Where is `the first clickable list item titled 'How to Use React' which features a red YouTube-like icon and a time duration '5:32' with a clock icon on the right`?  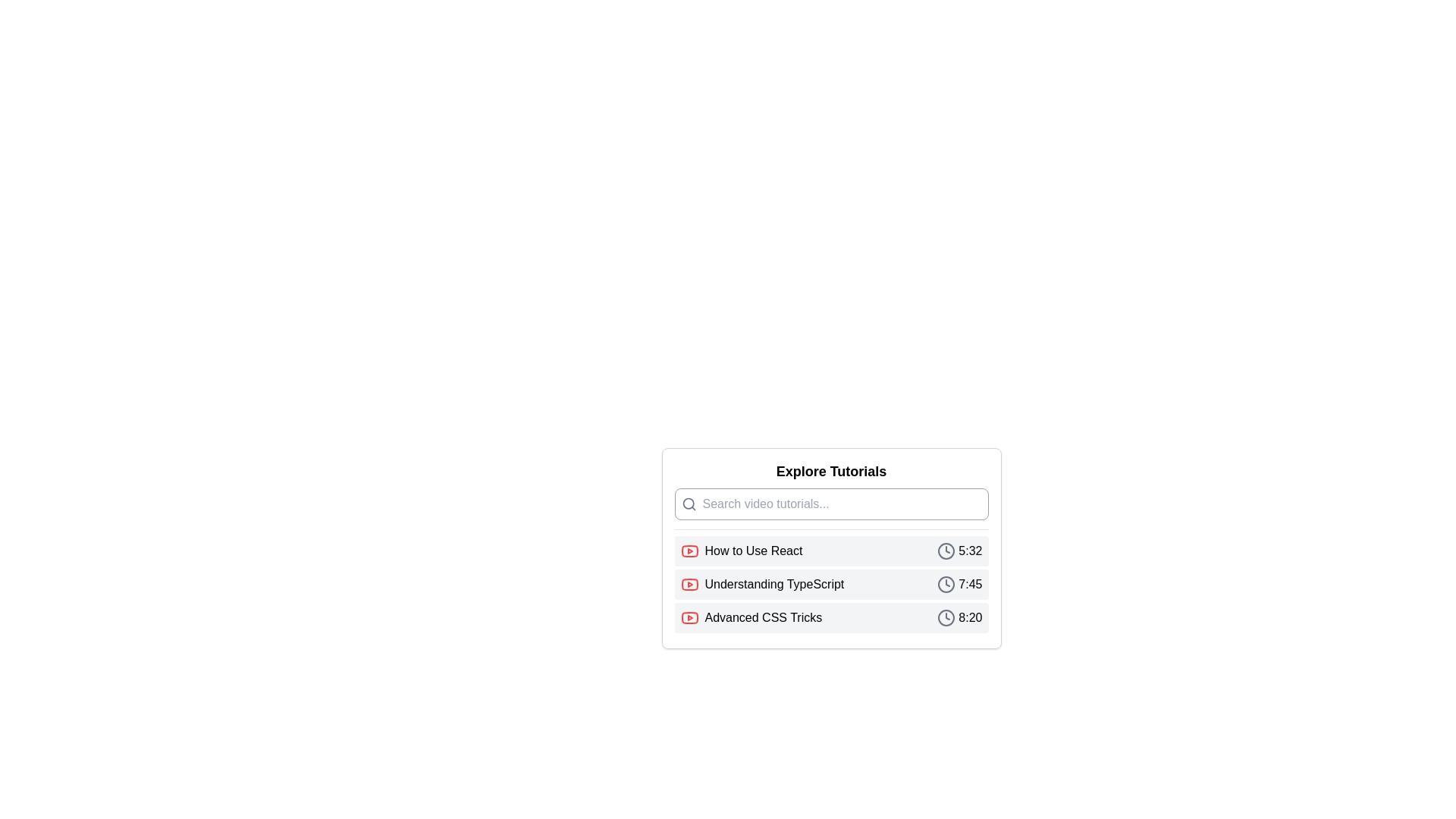 the first clickable list item titled 'How to Use React' which features a red YouTube-like icon and a time duration '5:32' with a clock icon on the right is located at coordinates (830, 551).